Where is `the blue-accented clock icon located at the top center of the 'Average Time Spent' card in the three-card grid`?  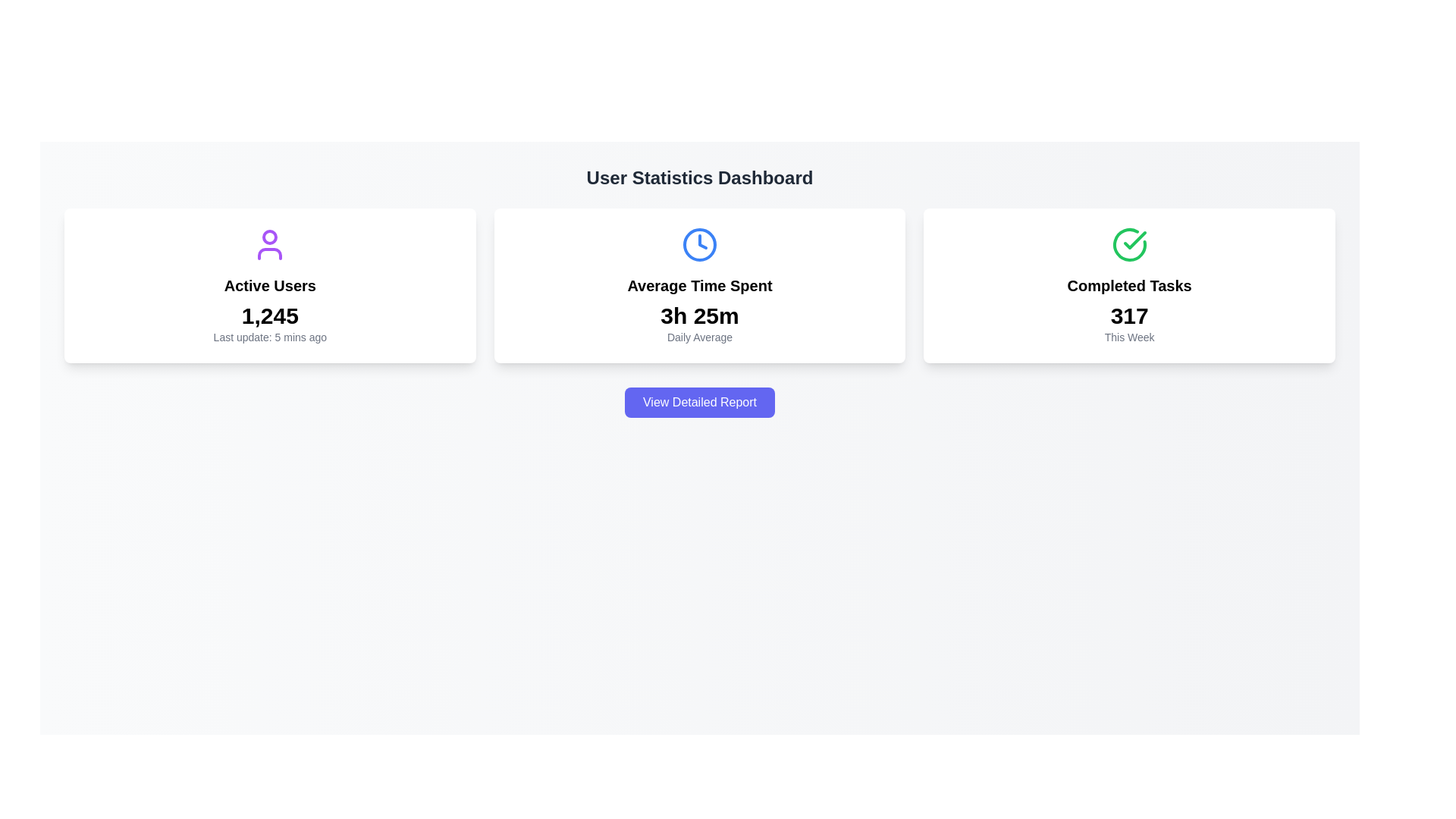
the blue-accented clock icon located at the top center of the 'Average Time Spent' card in the three-card grid is located at coordinates (698, 244).